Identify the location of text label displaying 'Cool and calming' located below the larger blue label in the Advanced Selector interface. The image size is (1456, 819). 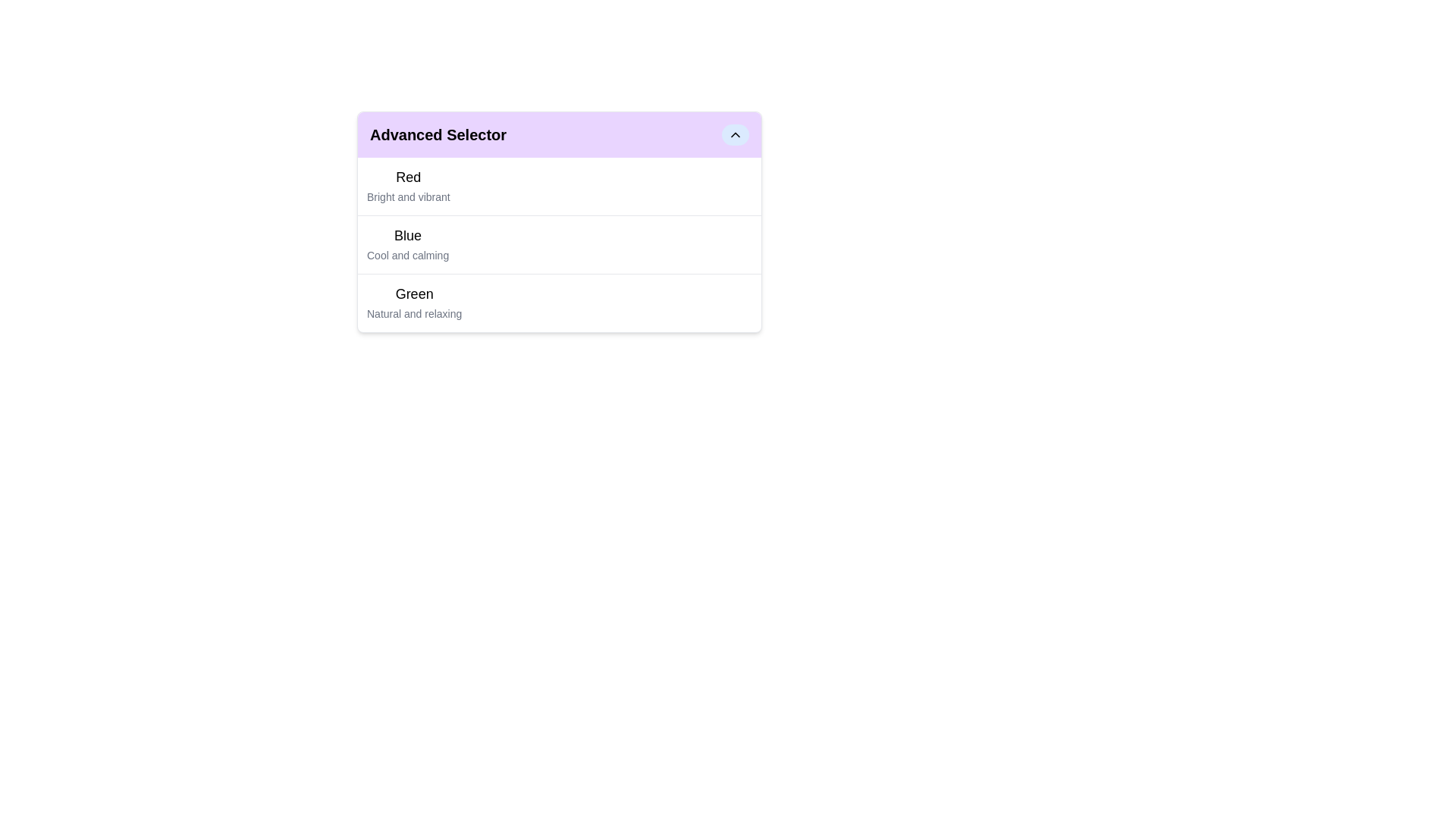
(408, 254).